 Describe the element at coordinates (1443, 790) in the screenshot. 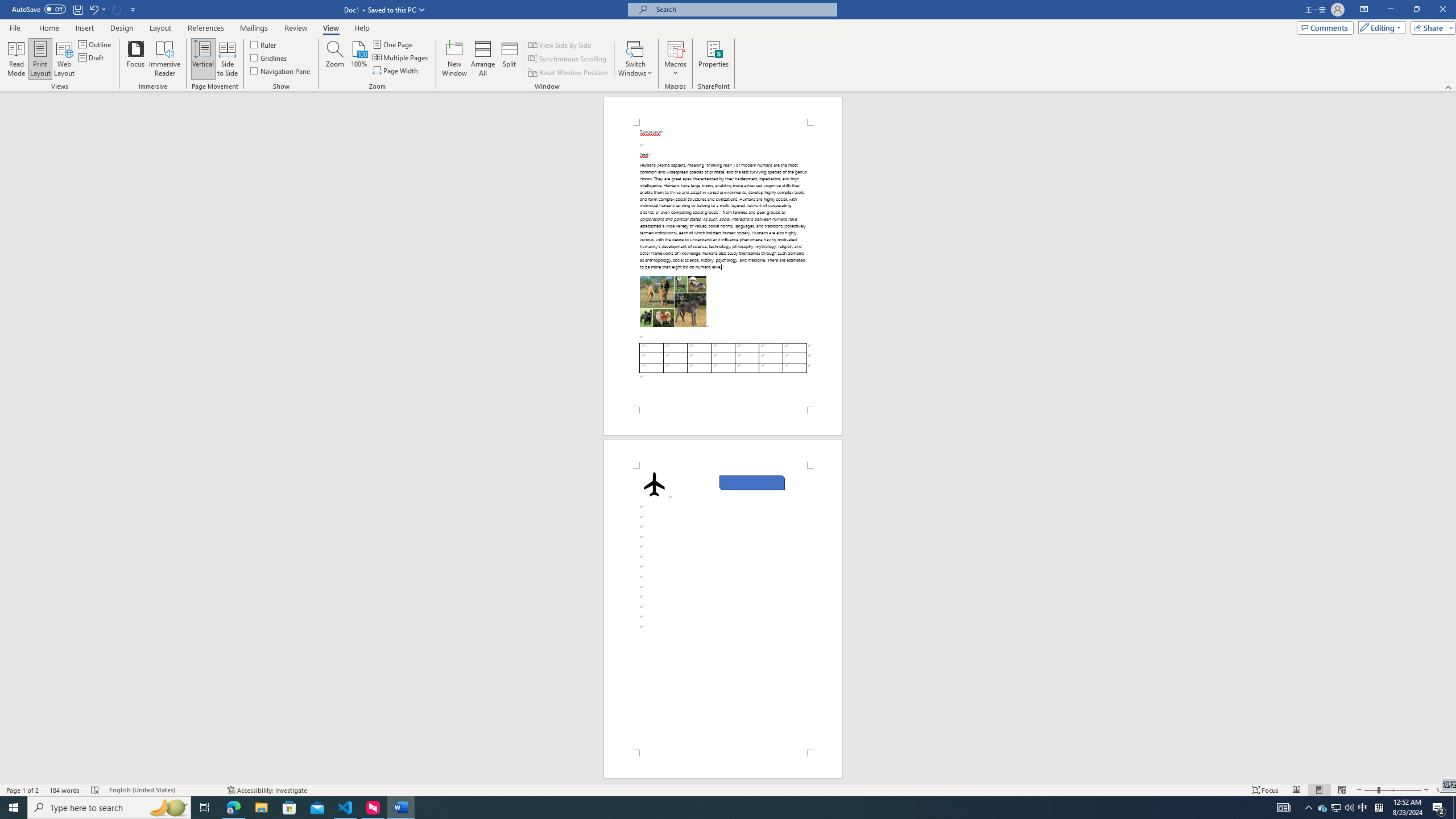

I see `'Zoom 53%'` at that location.